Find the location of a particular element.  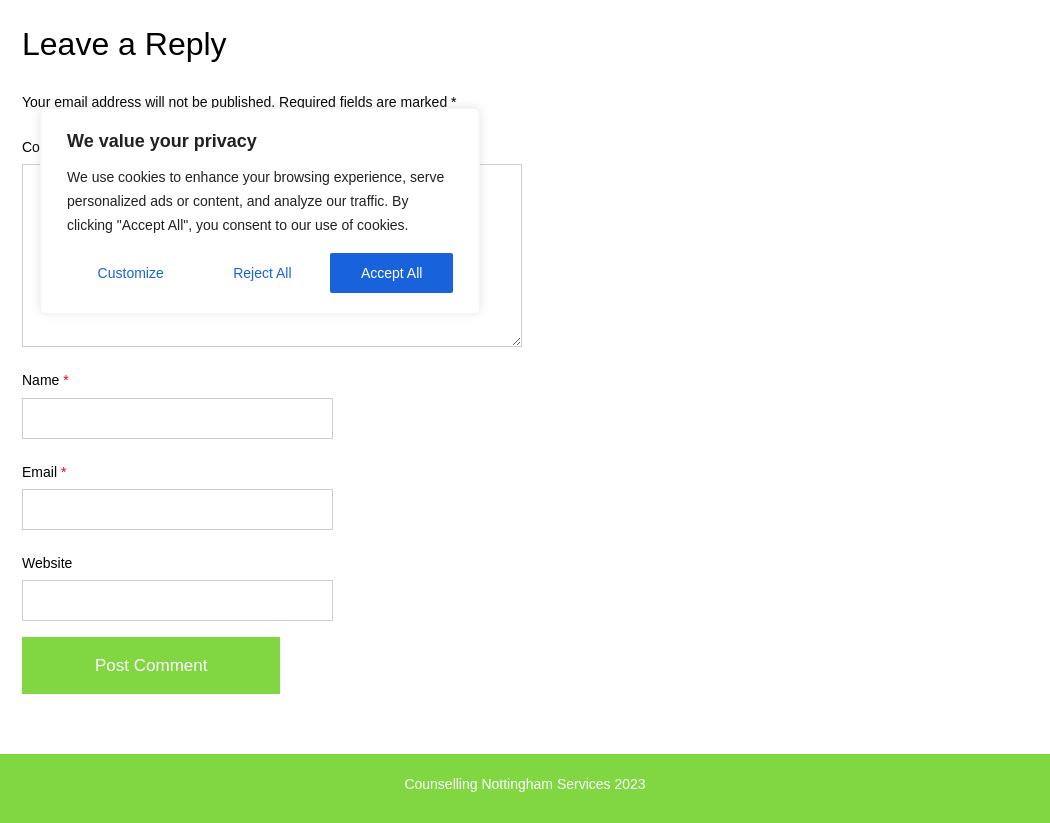

'Counselling Nottingham Services 2023' is located at coordinates (523, 782).